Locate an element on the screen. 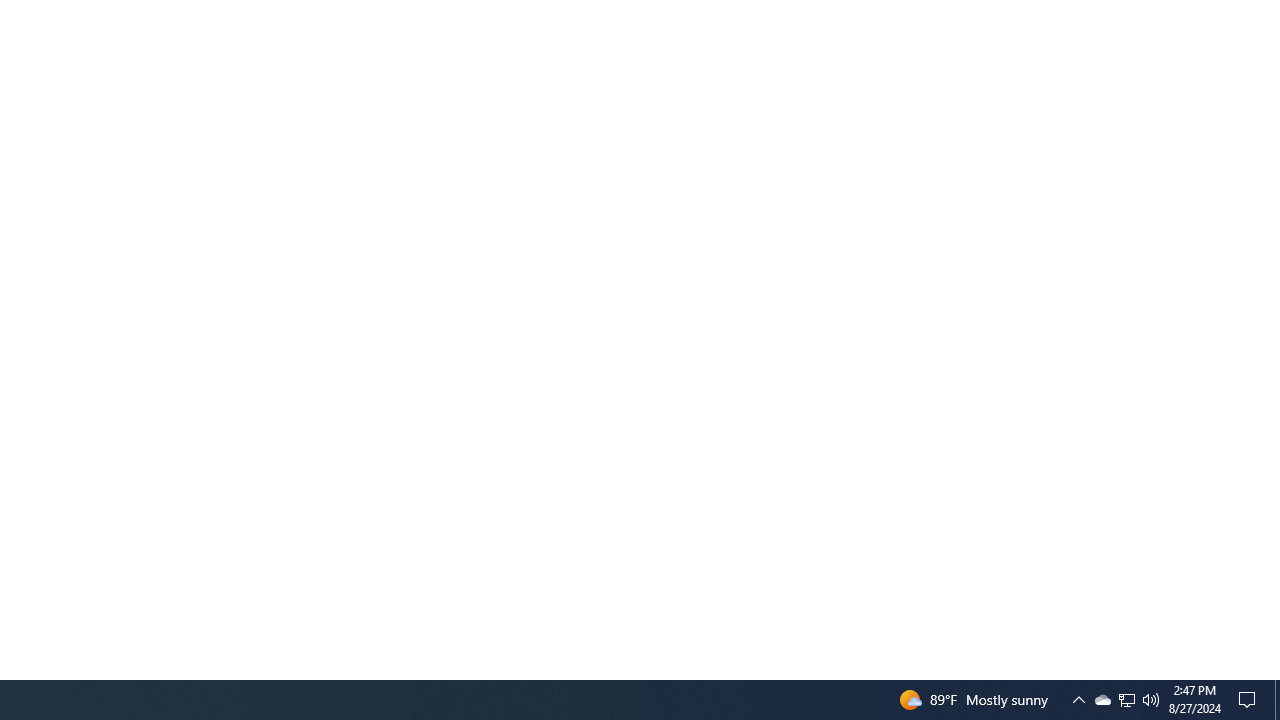 The width and height of the screenshot is (1280, 720). 'Notification Chevron' is located at coordinates (1127, 698).